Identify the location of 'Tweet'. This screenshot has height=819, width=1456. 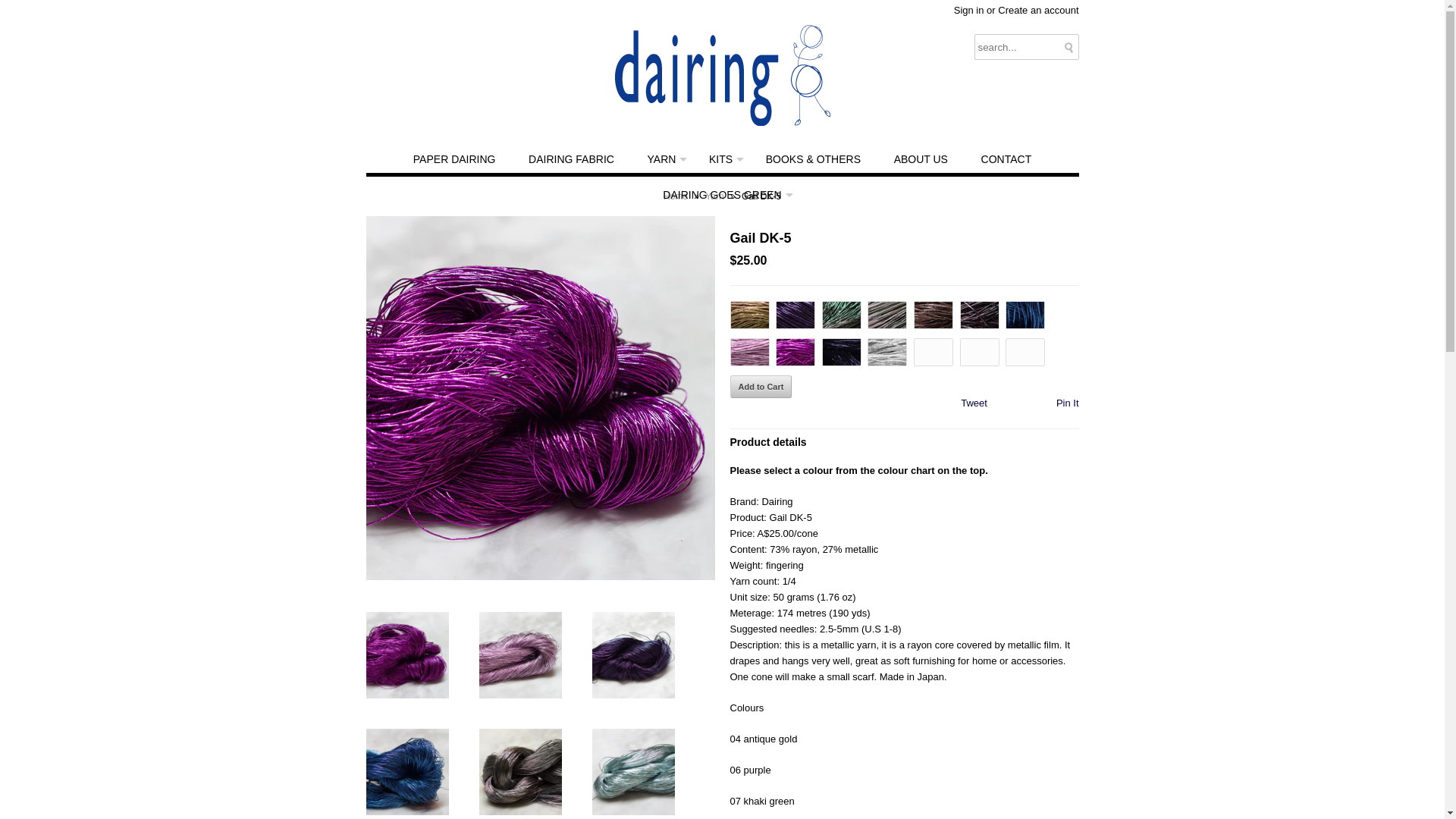
(974, 402).